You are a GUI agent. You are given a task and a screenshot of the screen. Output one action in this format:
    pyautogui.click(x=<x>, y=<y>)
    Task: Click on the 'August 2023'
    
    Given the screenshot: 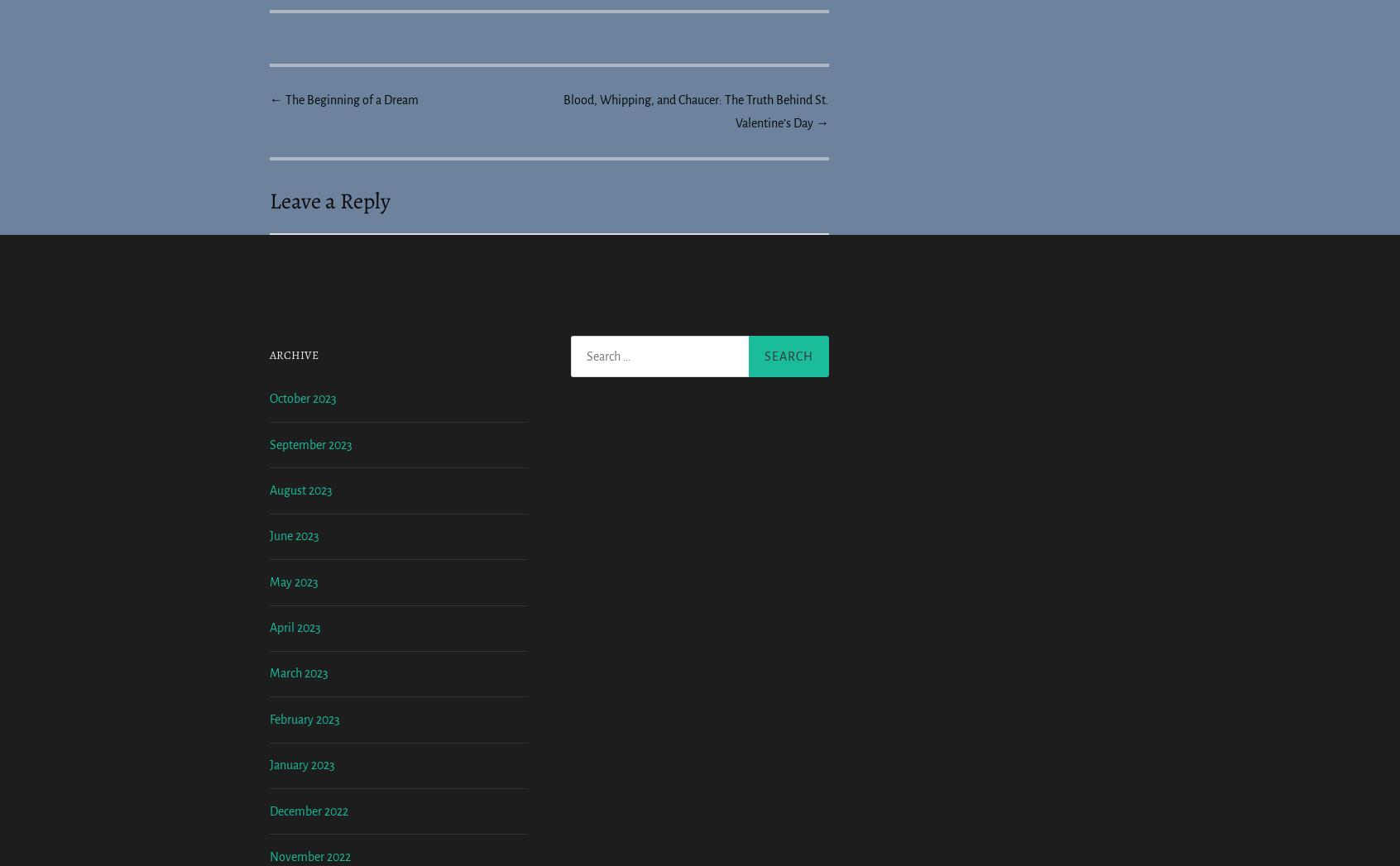 What is the action you would take?
    pyautogui.click(x=269, y=627)
    